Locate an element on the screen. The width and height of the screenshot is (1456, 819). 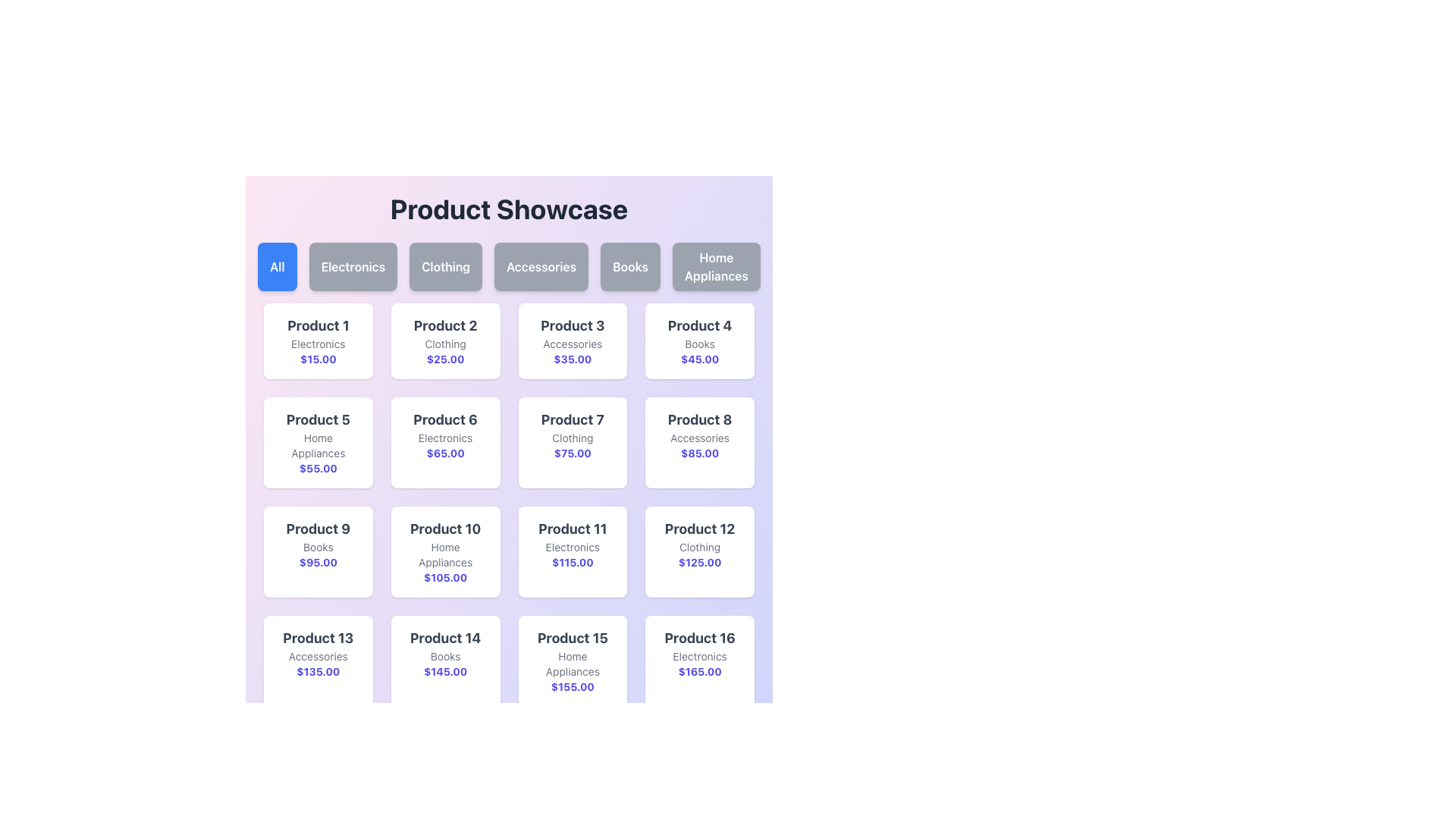
the 'Books' category selector button, which is the fifth button in a sequence of six buttons located under the title 'Product Showcase' is located at coordinates (630, 265).